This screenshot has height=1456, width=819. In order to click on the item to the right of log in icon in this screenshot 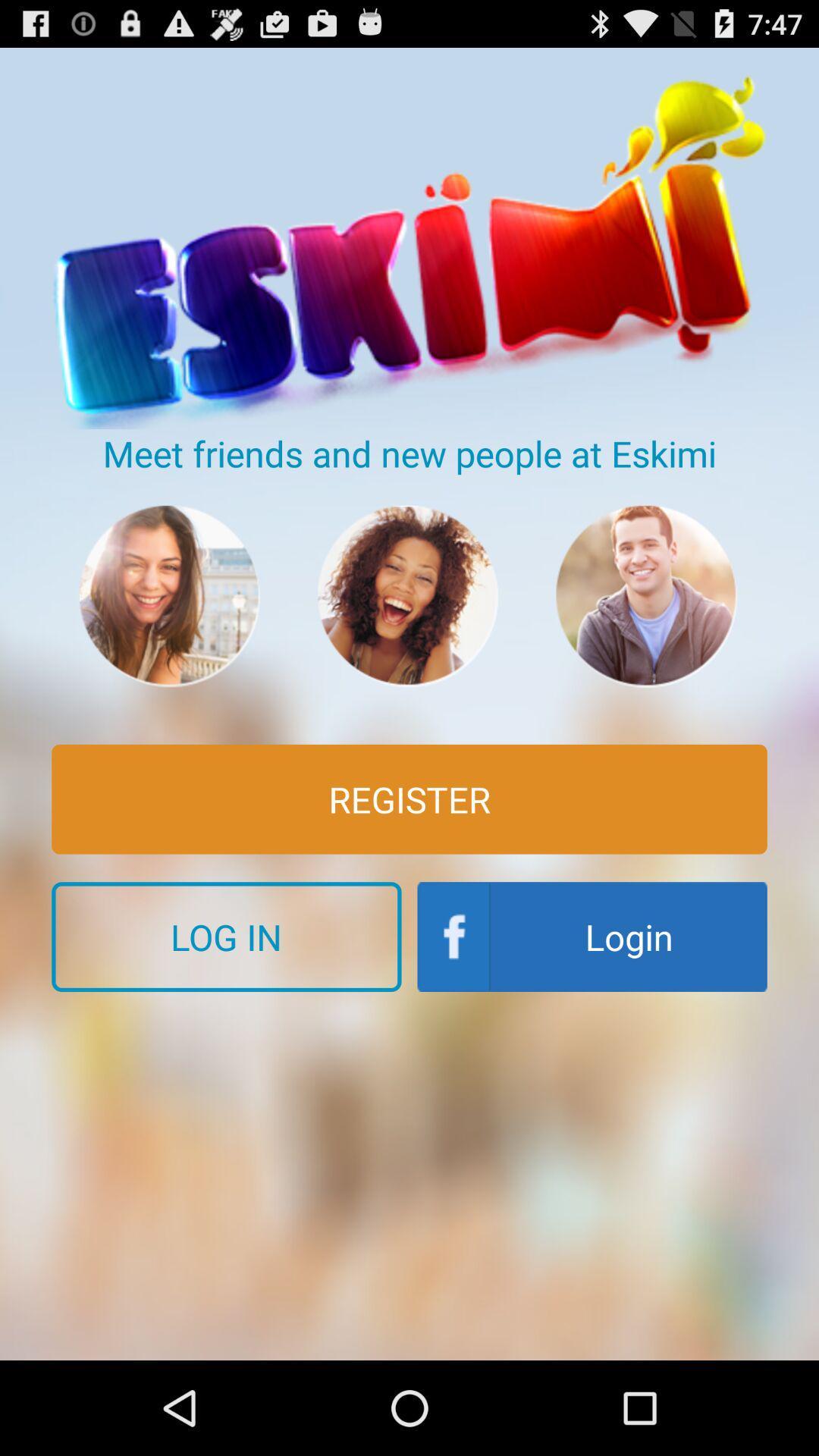, I will do `click(591, 936)`.